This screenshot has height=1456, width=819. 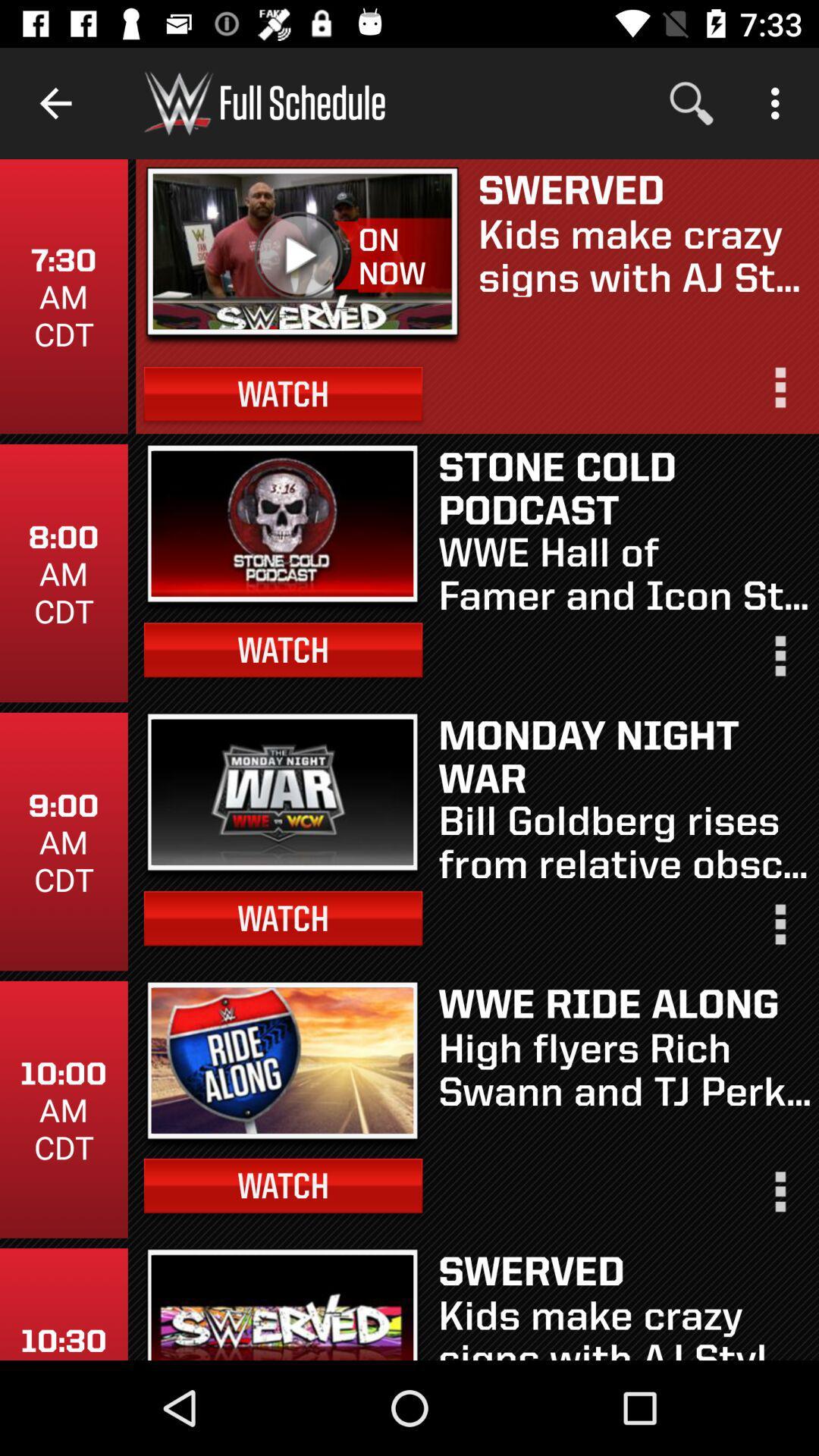 I want to click on high flyers rich icon, so click(x=624, y=1067).